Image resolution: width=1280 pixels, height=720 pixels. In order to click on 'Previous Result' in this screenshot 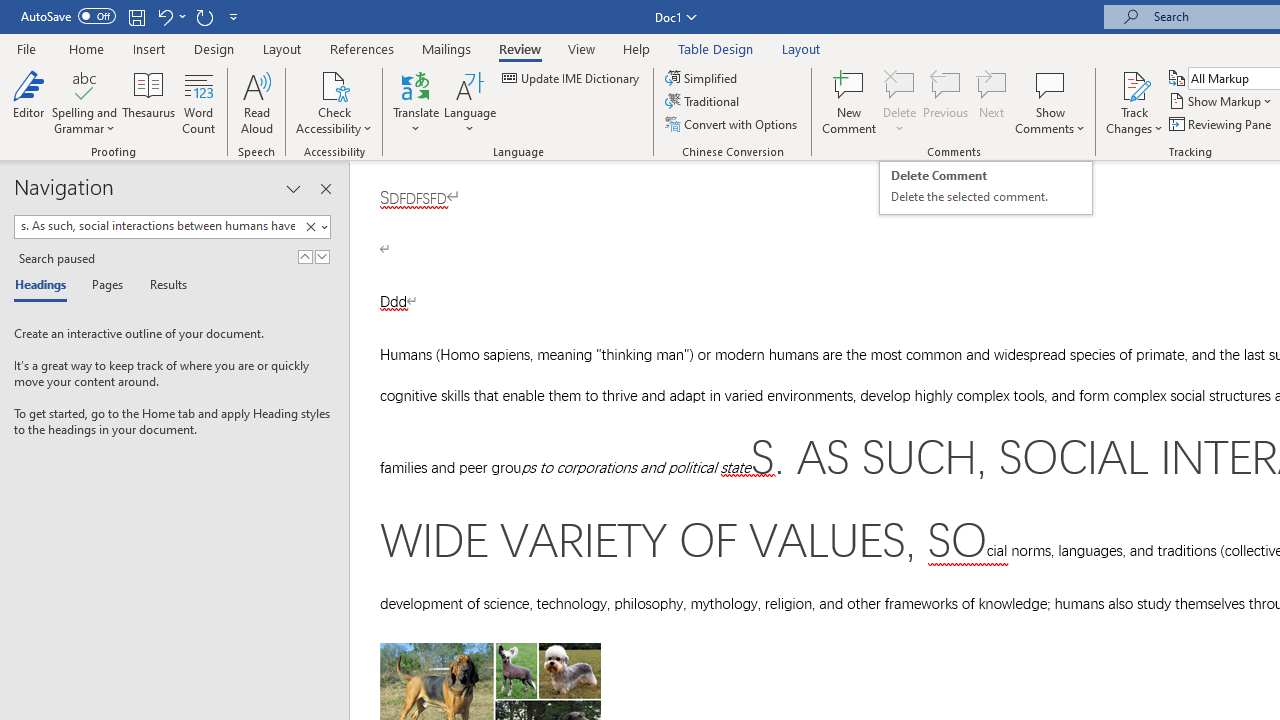, I will do `click(304, 256)`.